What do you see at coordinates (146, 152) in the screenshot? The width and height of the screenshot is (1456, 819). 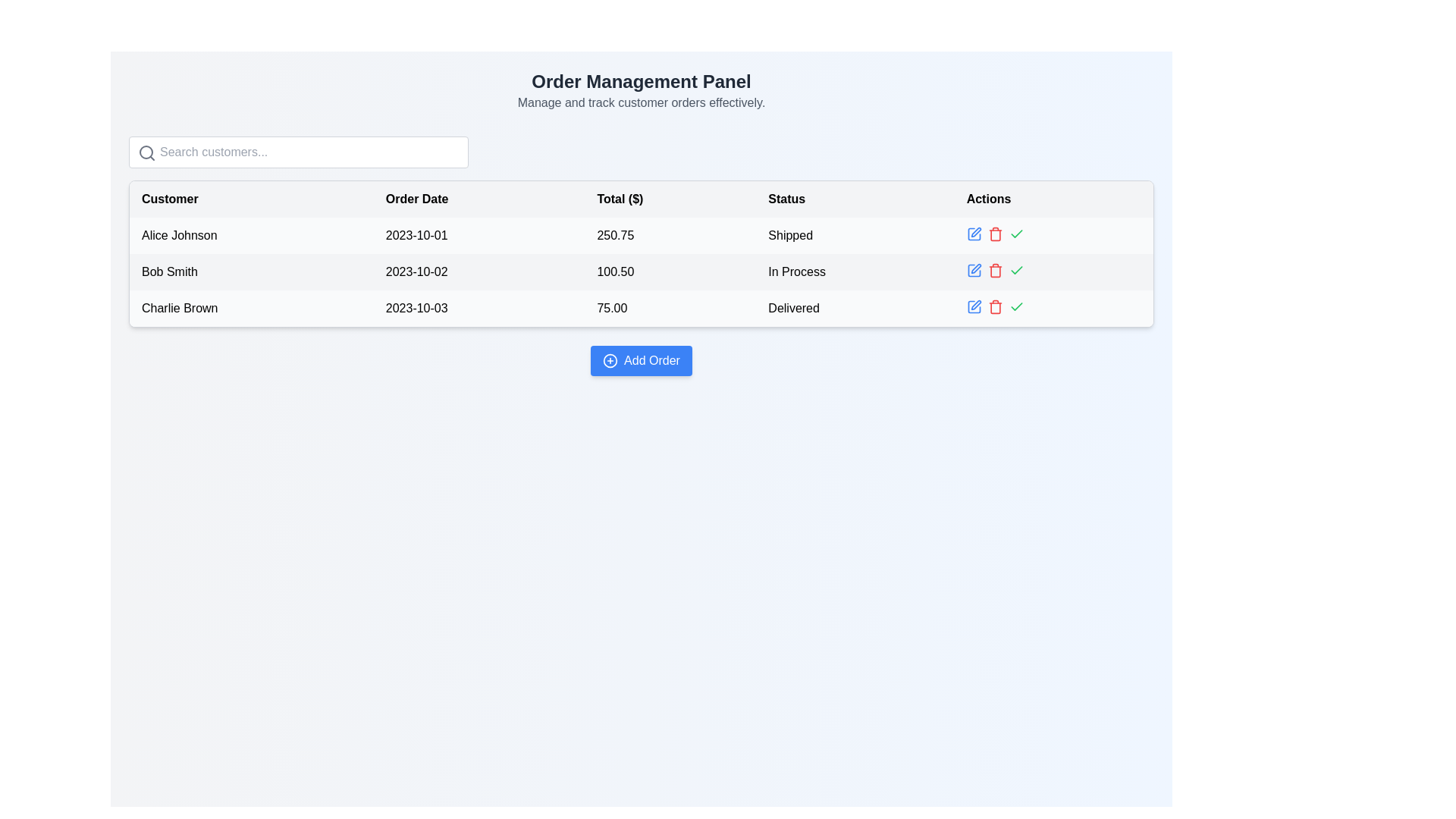 I see `the search icon SVG located at the top-left corner of the interface, which indicates the search functionality for entering queries` at bounding box center [146, 152].